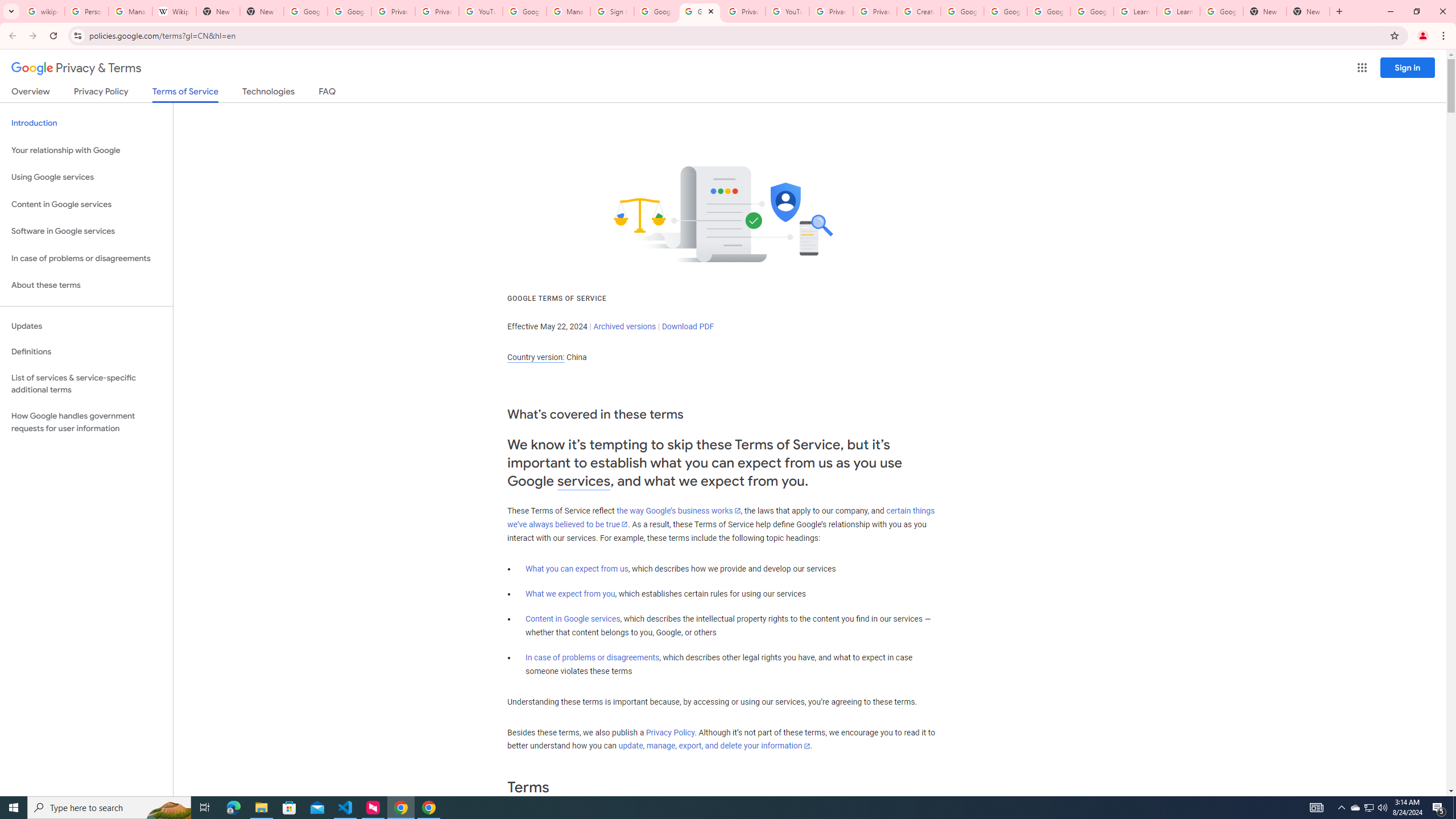 Image resolution: width=1456 pixels, height=819 pixels. What do you see at coordinates (918, 11) in the screenshot?
I see `'Create your Google Account'` at bounding box center [918, 11].